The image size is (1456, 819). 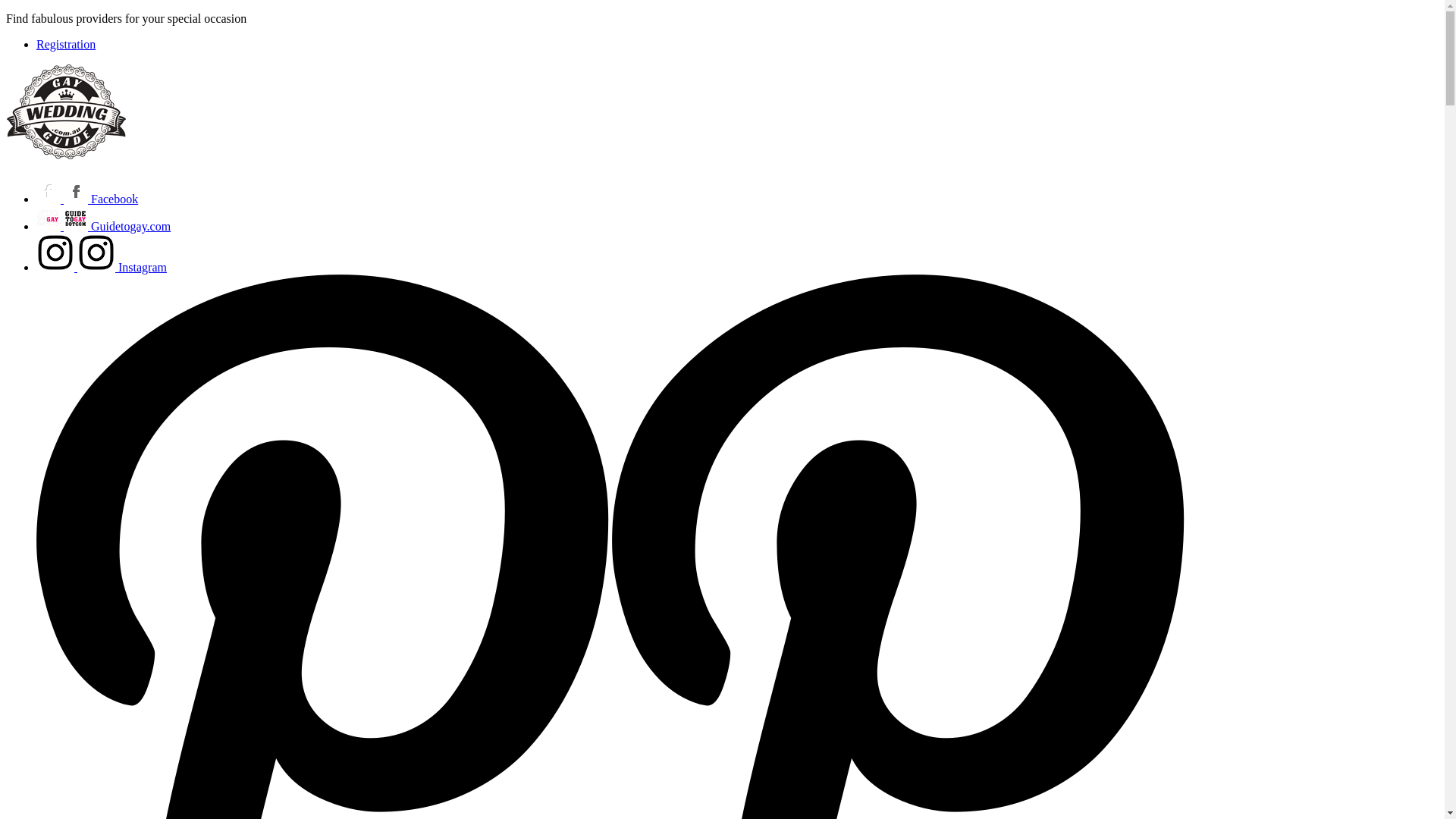 What do you see at coordinates (64, 43) in the screenshot?
I see `'Registration'` at bounding box center [64, 43].